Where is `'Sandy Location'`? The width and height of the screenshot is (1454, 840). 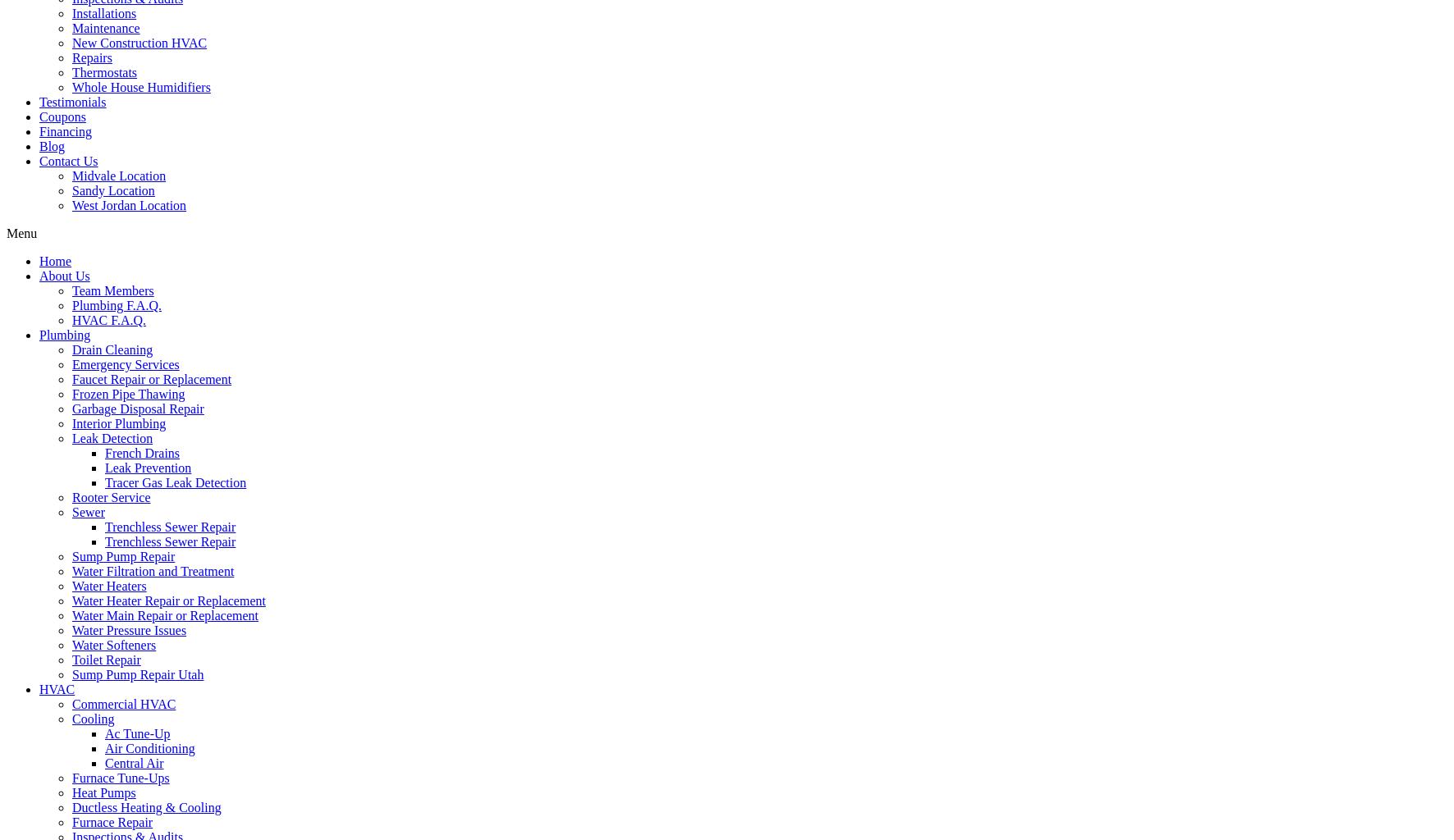
'Sandy Location' is located at coordinates (71, 189).